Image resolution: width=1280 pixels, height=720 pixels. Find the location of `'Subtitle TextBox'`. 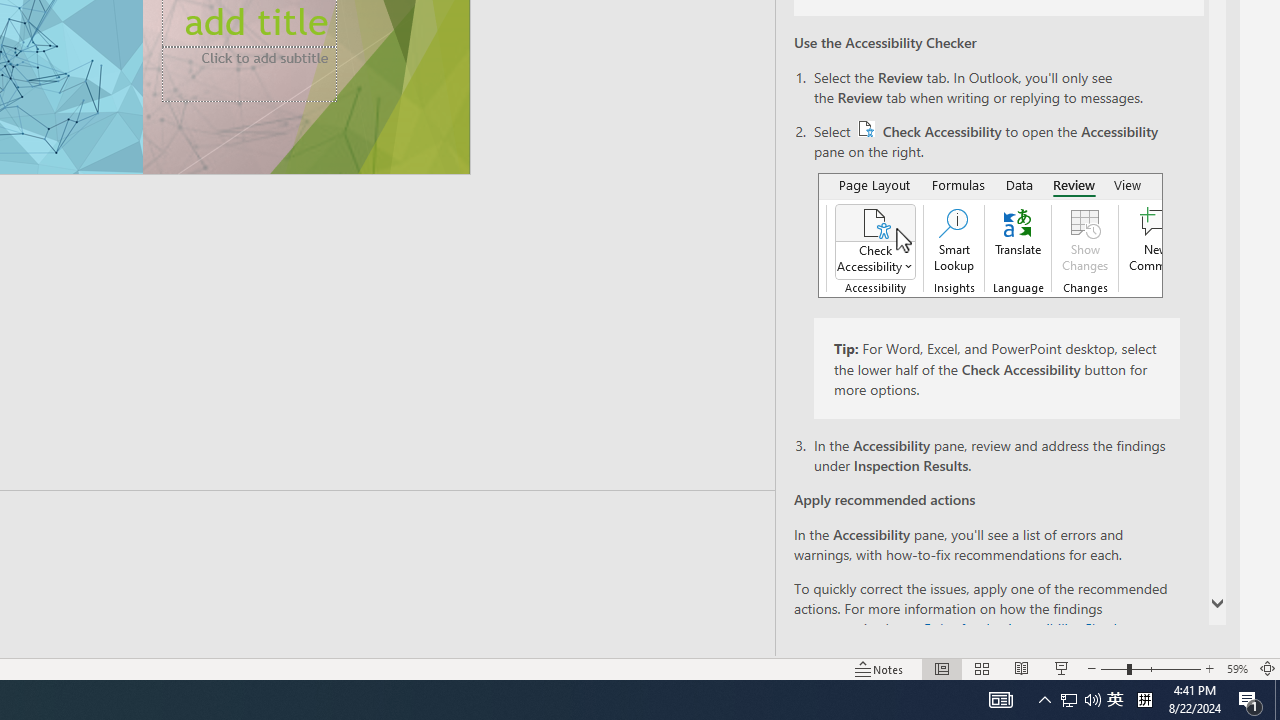

'Subtitle TextBox' is located at coordinates (248, 73).